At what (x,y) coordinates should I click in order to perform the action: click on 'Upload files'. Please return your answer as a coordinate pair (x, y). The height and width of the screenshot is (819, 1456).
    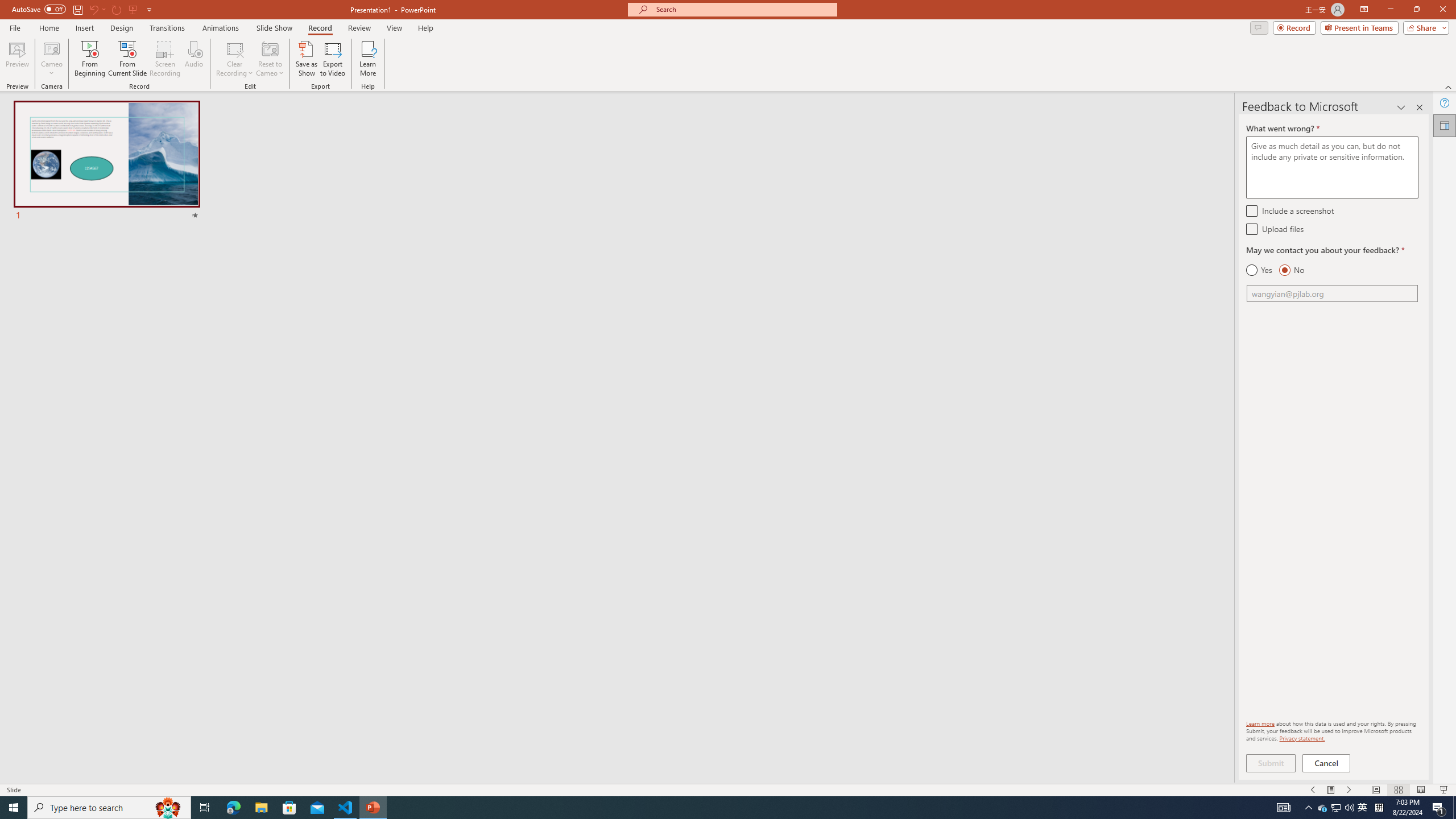
    Looking at the image, I should click on (1251, 229).